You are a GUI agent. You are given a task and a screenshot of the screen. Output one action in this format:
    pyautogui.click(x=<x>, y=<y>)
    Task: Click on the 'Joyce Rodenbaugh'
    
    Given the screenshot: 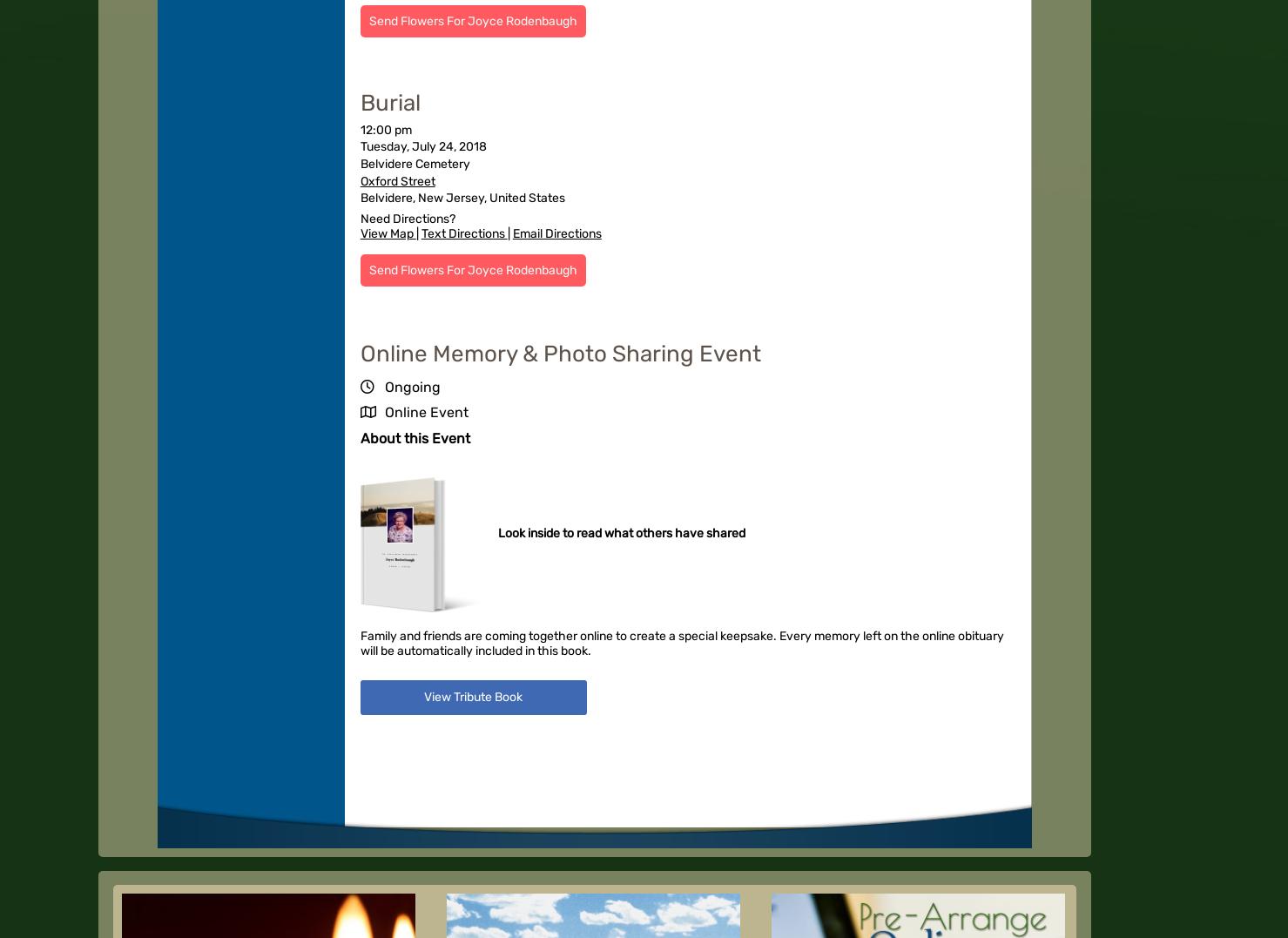 What is the action you would take?
    pyautogui.click(x=398, y=558)
    